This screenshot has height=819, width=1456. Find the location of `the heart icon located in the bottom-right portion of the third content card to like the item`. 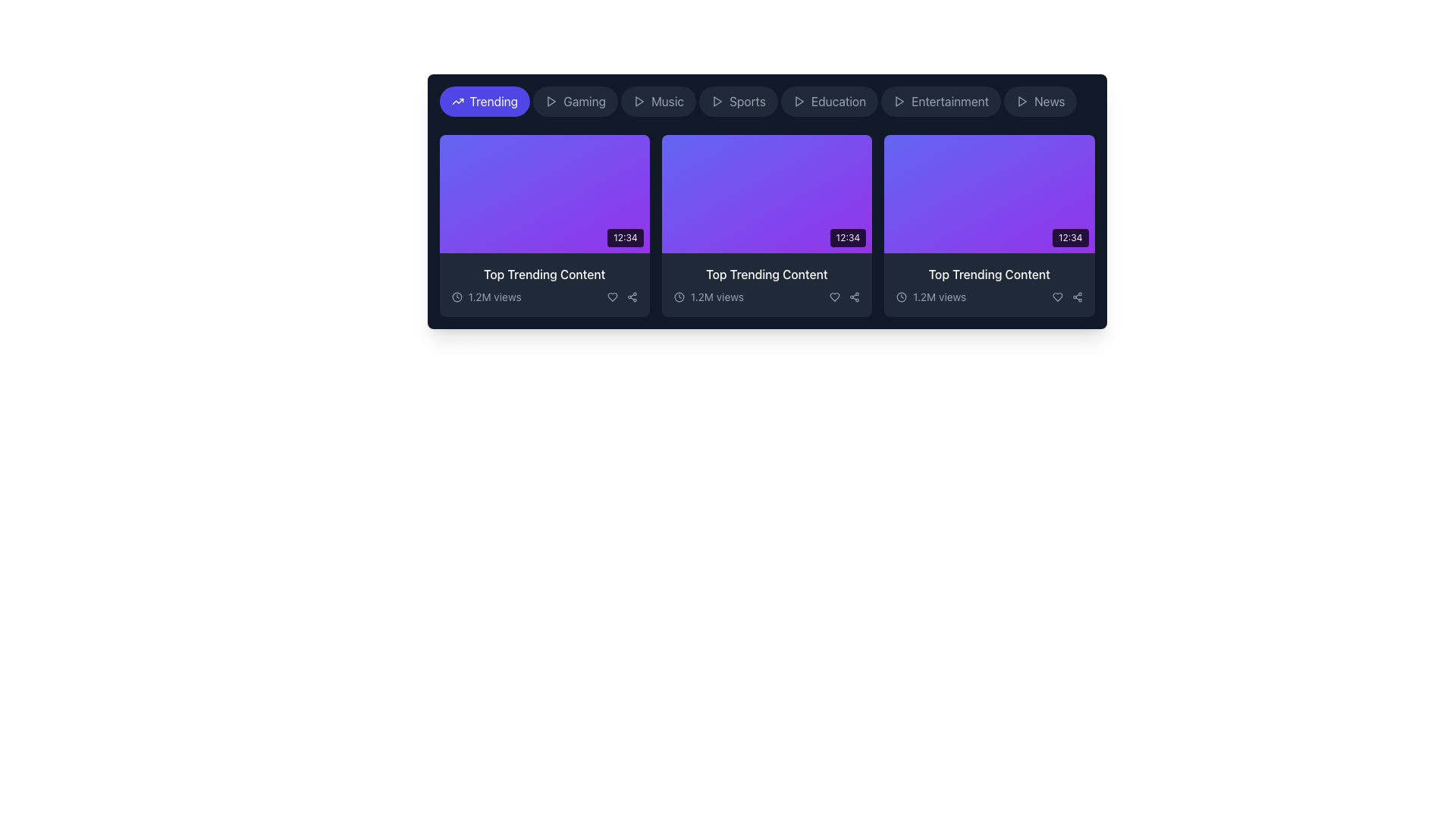

the heart icon located in the bottom-right portion of the third content card to like the item is located at coordinates (1056, 297).